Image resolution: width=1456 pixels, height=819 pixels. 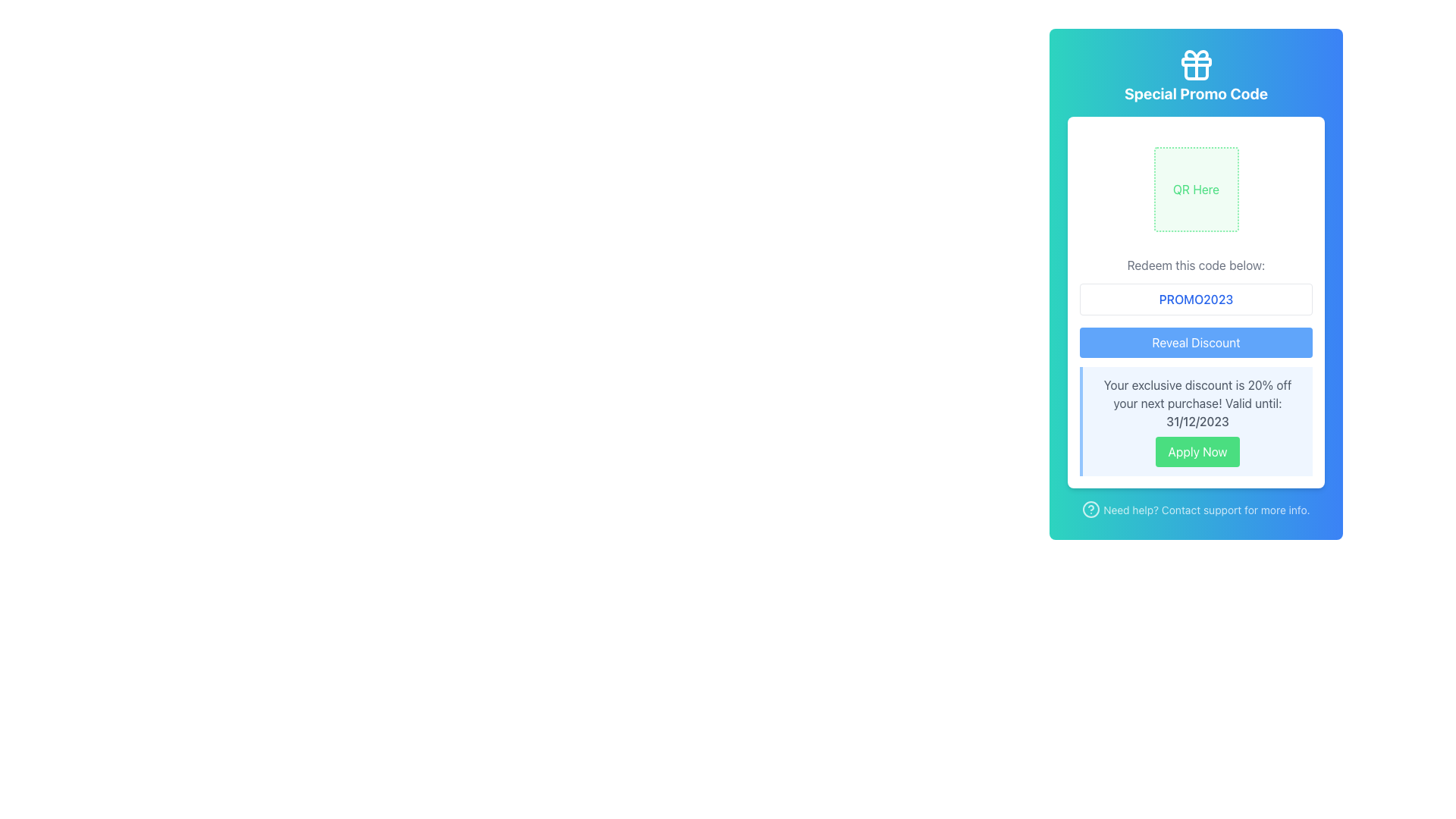 I want to click on the Display text area that shows the promotional code 'PROMO2023', which is styled with a centered blue font on a white background and is located below the prompt 'Redeem this code below:' and above the button labeled 'Reveal Discount', so click(x=1195, y=299).